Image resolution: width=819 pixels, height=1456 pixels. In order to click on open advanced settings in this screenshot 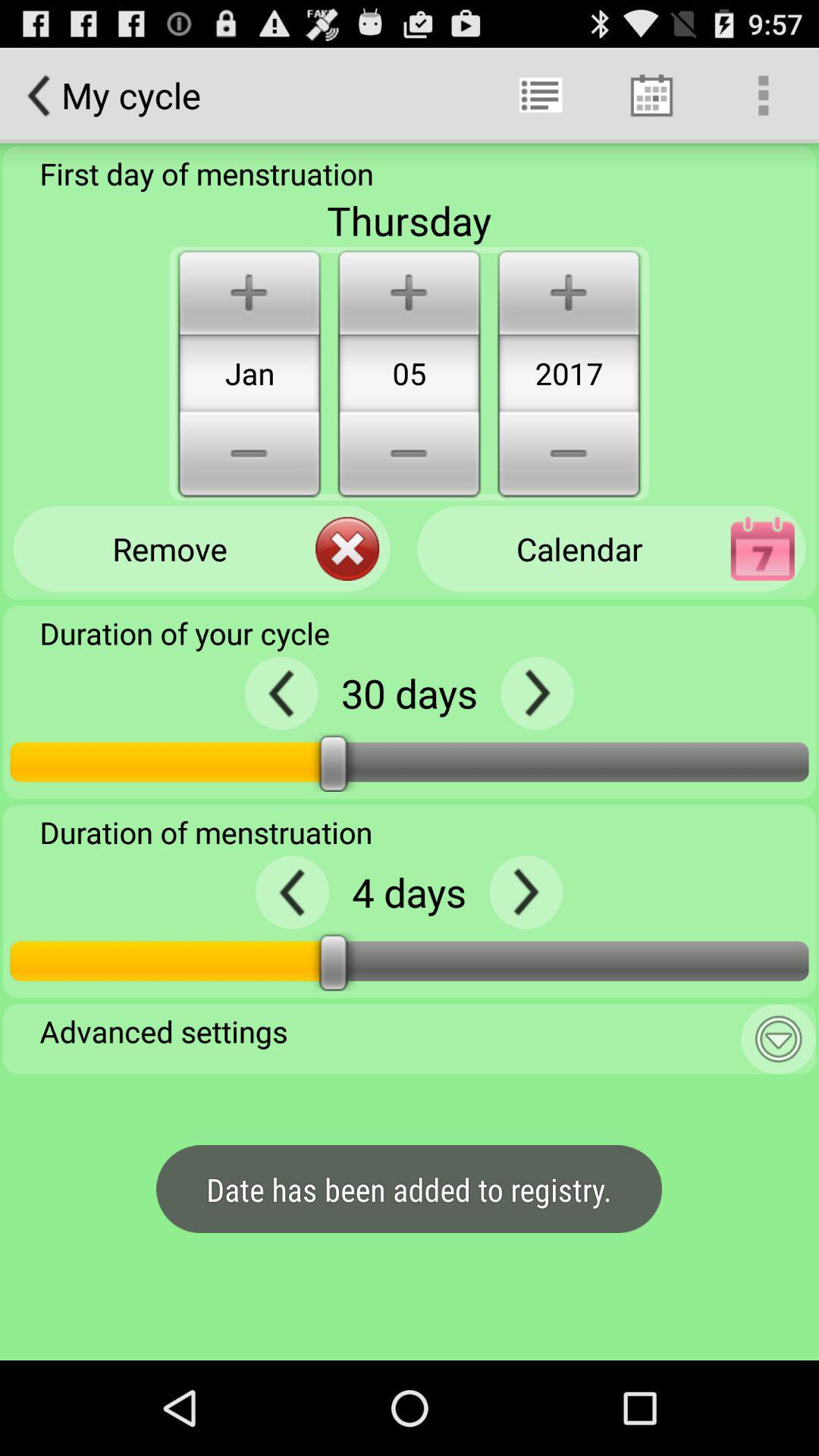, I will do `click(778, 1038)`.